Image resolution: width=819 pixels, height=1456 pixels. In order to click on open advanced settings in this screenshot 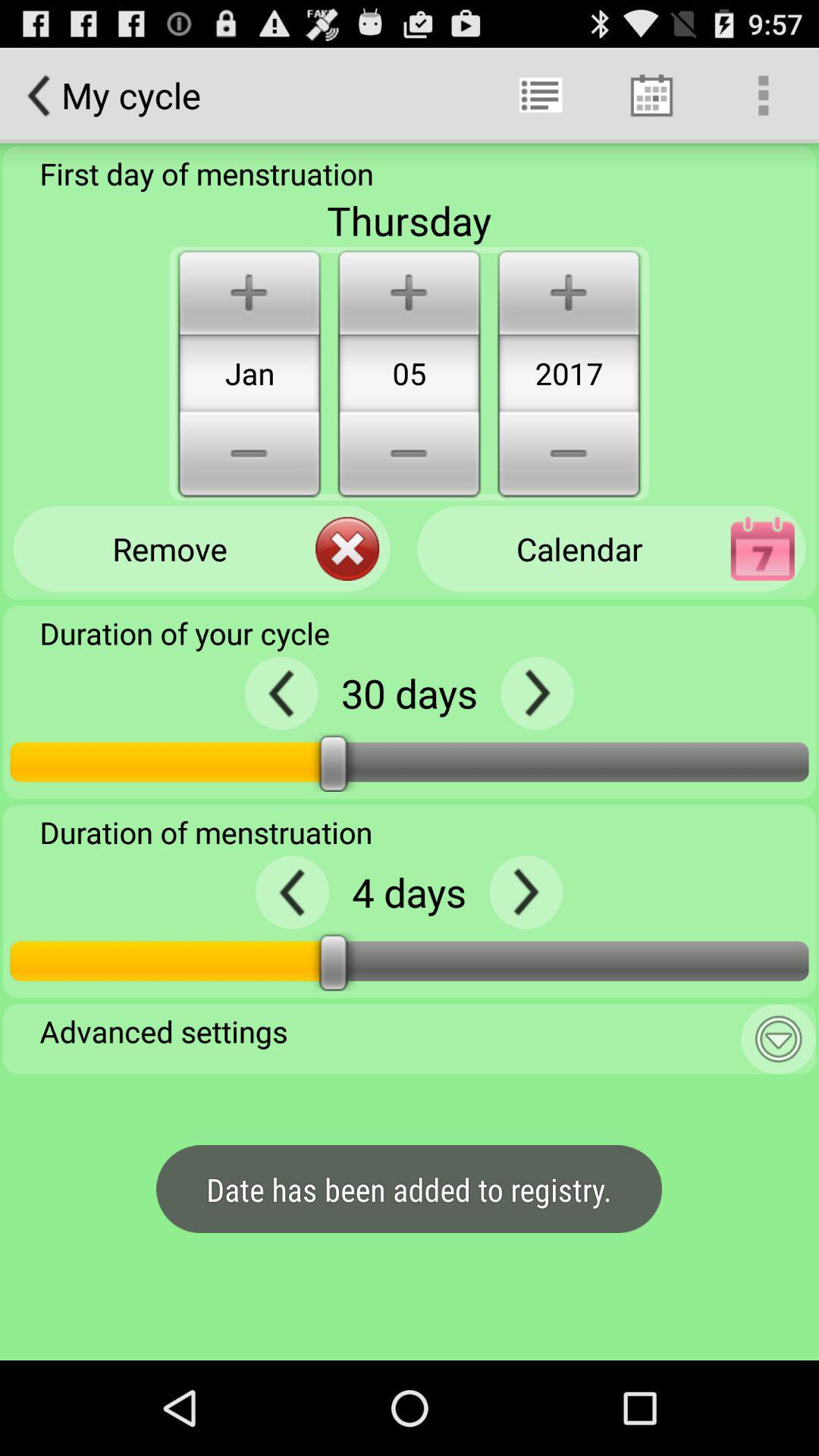, I will do `click(778, 1038)`.